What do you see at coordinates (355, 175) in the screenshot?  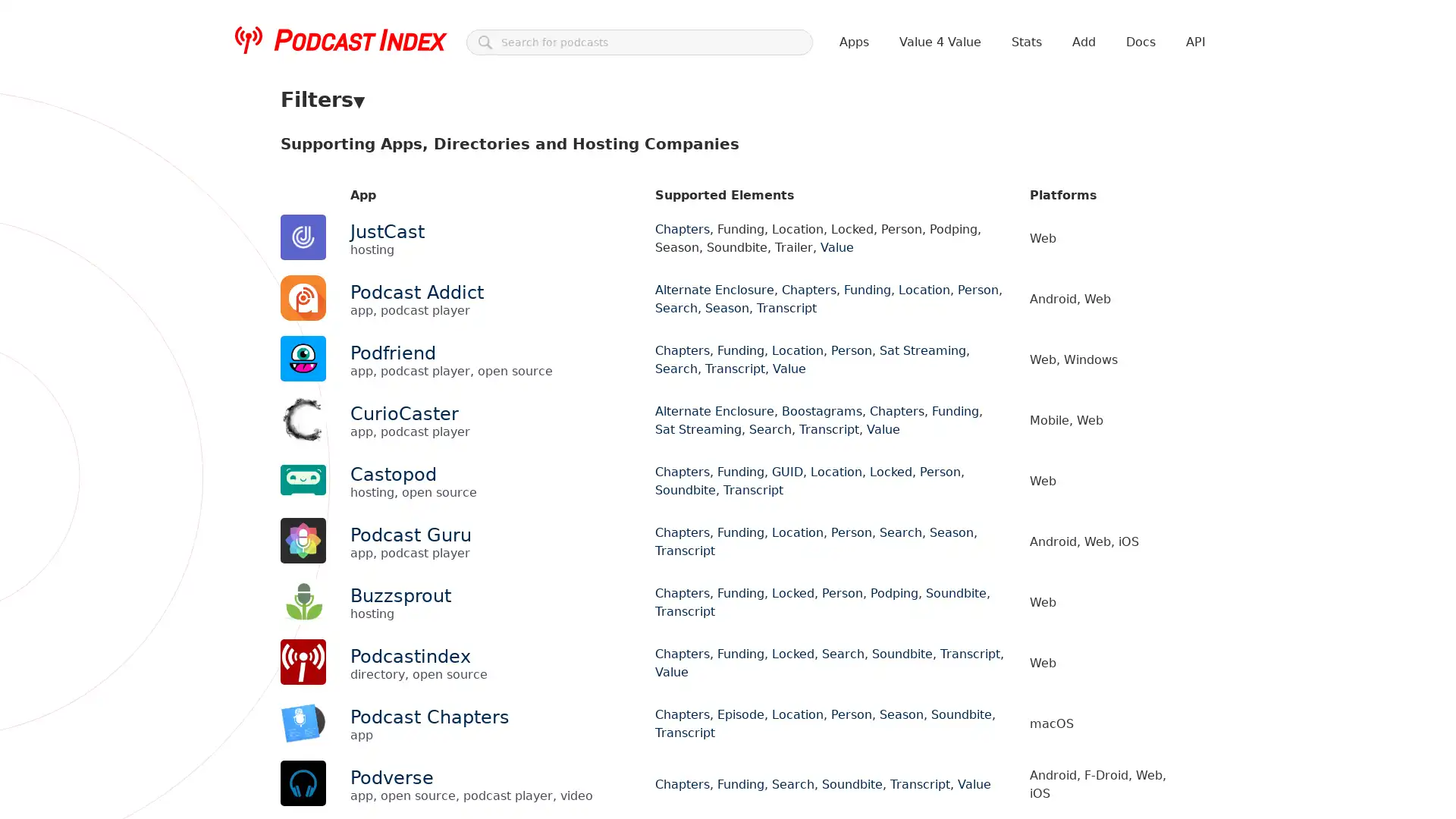 I see `Website` at bounding box center [355, 175].